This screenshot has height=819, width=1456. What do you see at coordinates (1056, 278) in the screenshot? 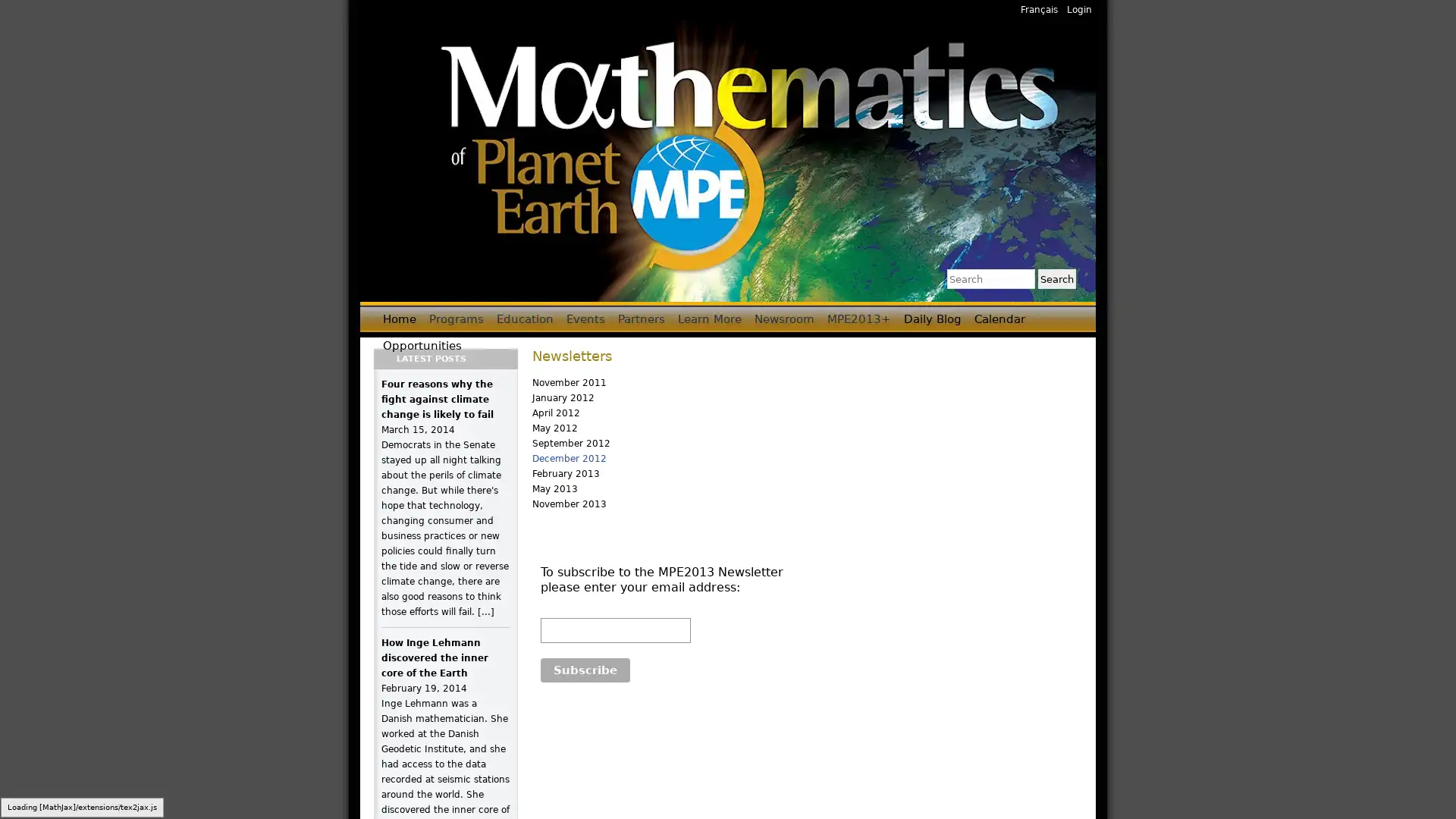
I see `Search` at bounding box center [1056, 278].